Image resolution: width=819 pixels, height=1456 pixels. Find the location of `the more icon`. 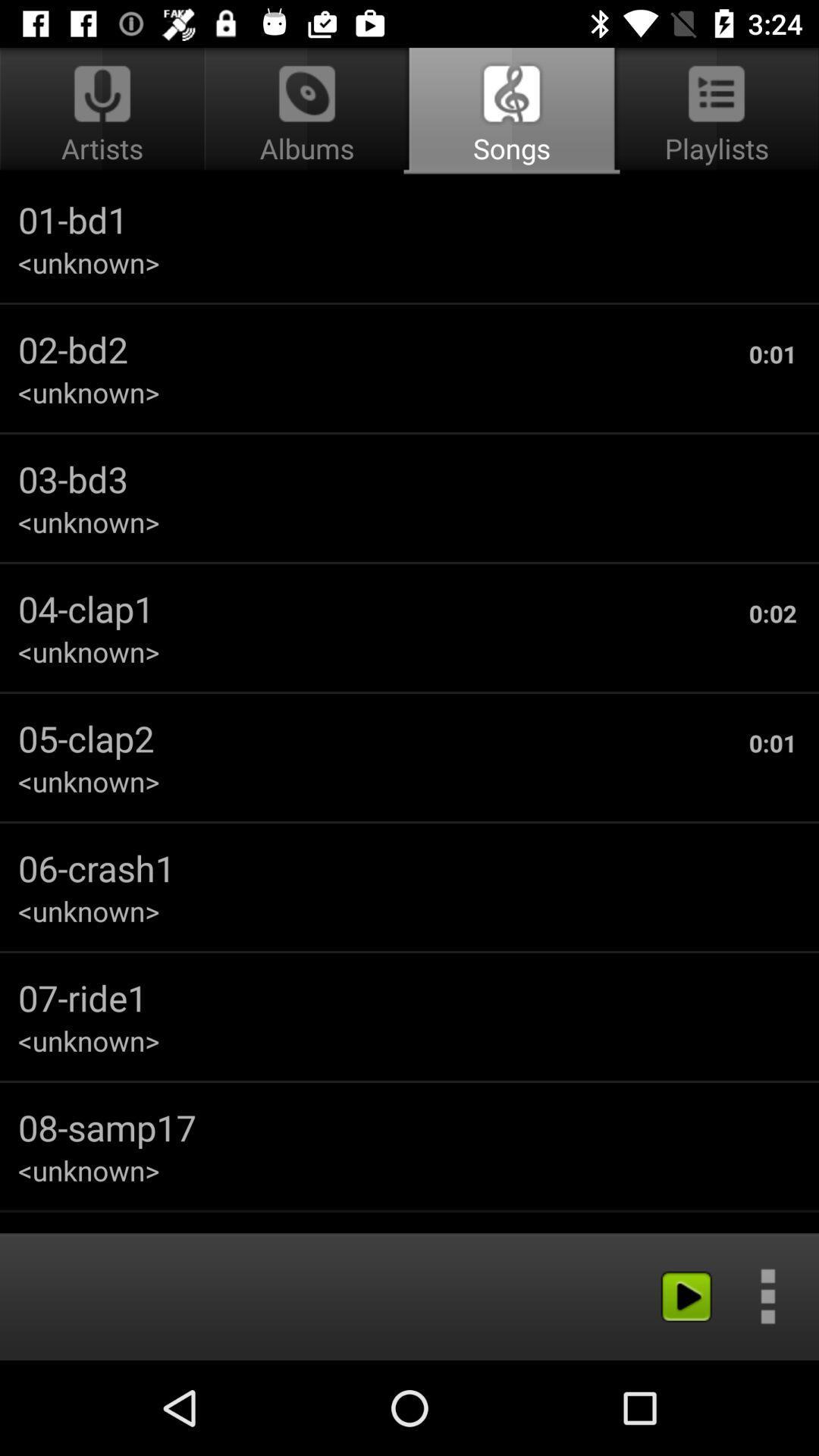

the more icon is located at coordinates (767, 1295).